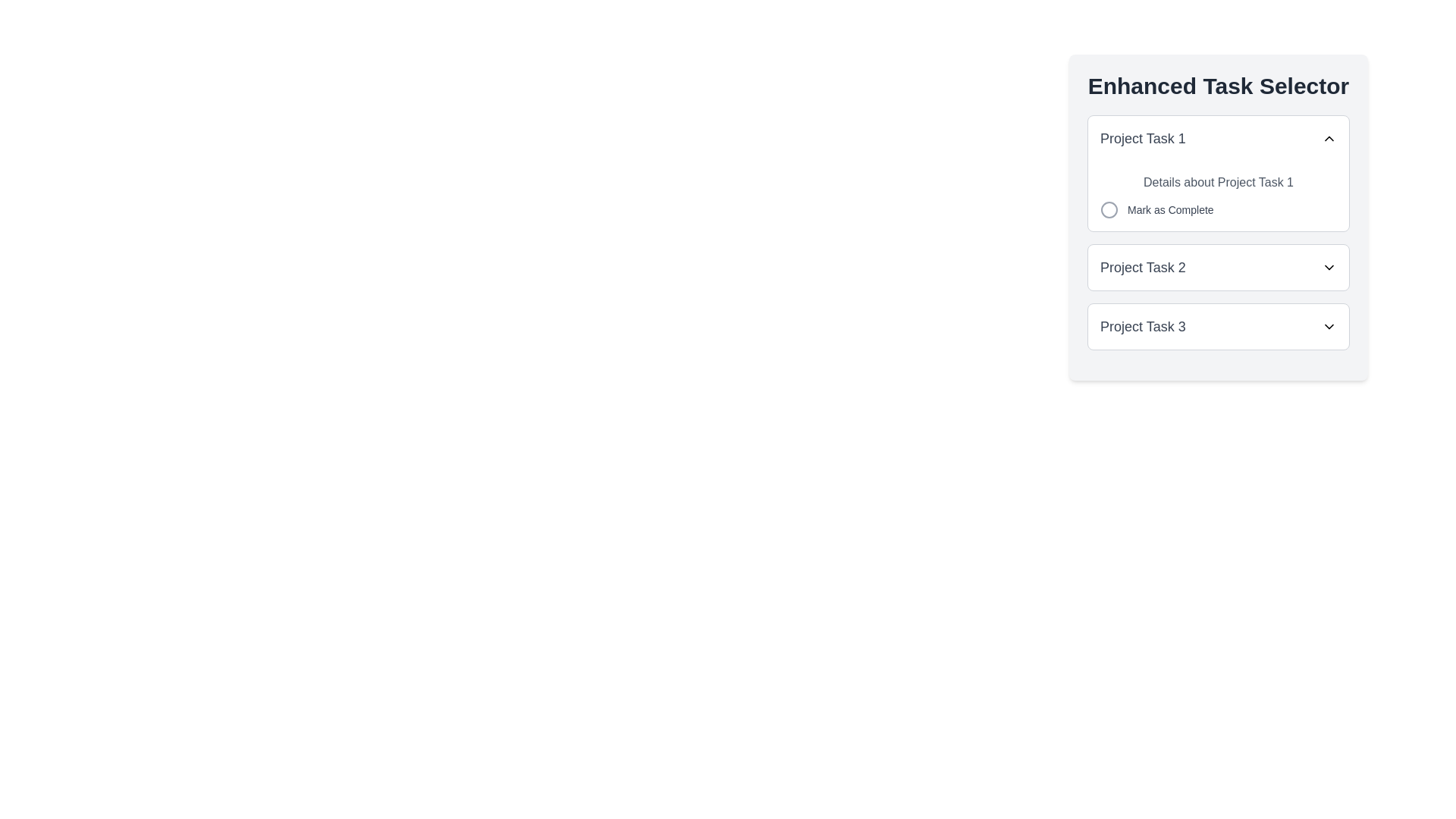 Image resolution: width=1456 pixels, height=819 pixels. What do you see at coordinates (1328, 138) in the screenshot?
I see `the Icon Button located at the far right of the 'Project Task 1' section` at bounding box center [1328, 138].